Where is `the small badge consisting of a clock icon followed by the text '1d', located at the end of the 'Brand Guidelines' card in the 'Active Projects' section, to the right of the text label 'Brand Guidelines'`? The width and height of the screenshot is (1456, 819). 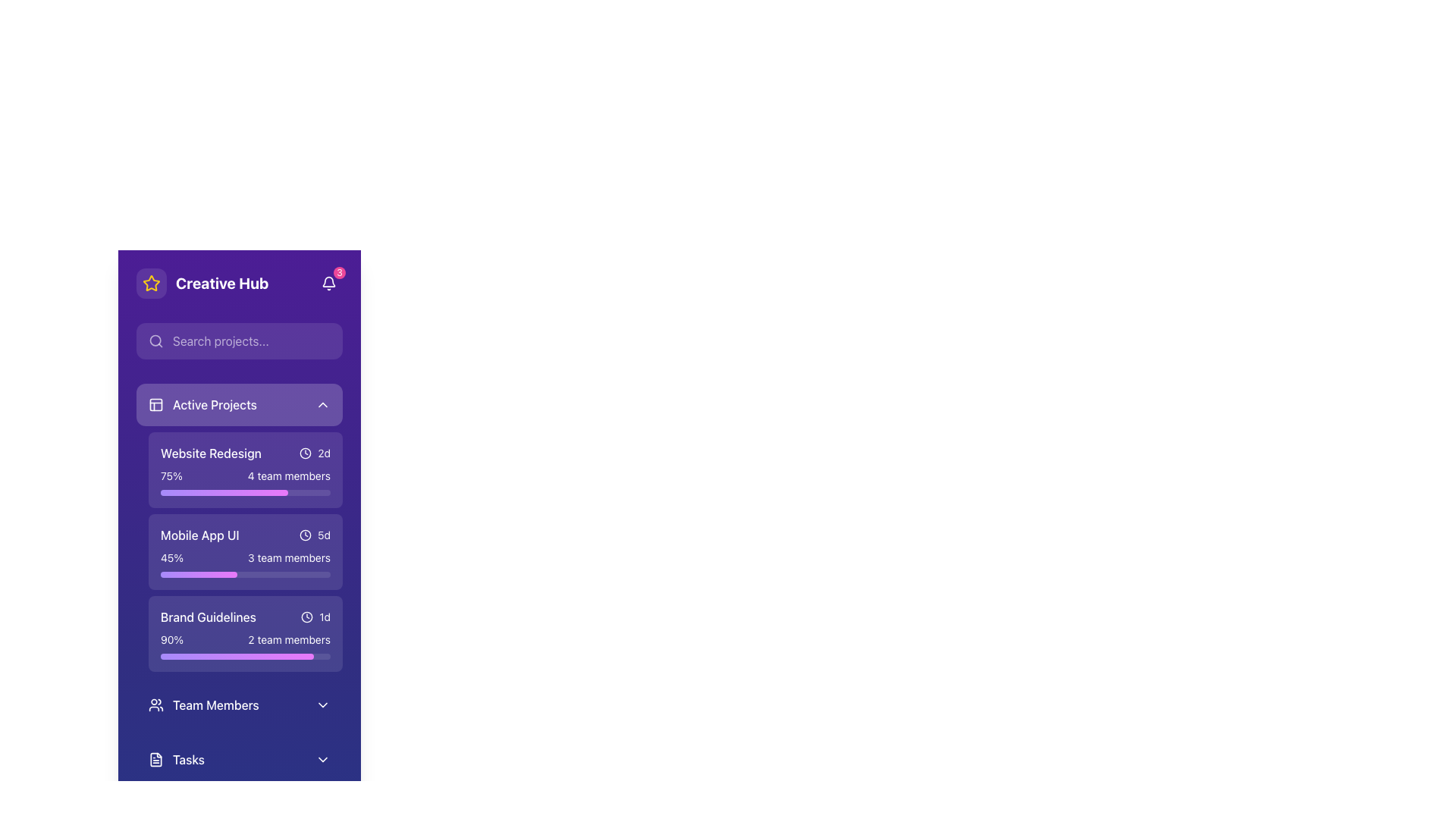 the small badge consisting of a clock icon followed by the text '1d', located at the end of the 'Brand Guidelines' card in the 'Active Projects' section, to the right of the text label 'Brand Guidelines' is located at coordinates (315, 617).